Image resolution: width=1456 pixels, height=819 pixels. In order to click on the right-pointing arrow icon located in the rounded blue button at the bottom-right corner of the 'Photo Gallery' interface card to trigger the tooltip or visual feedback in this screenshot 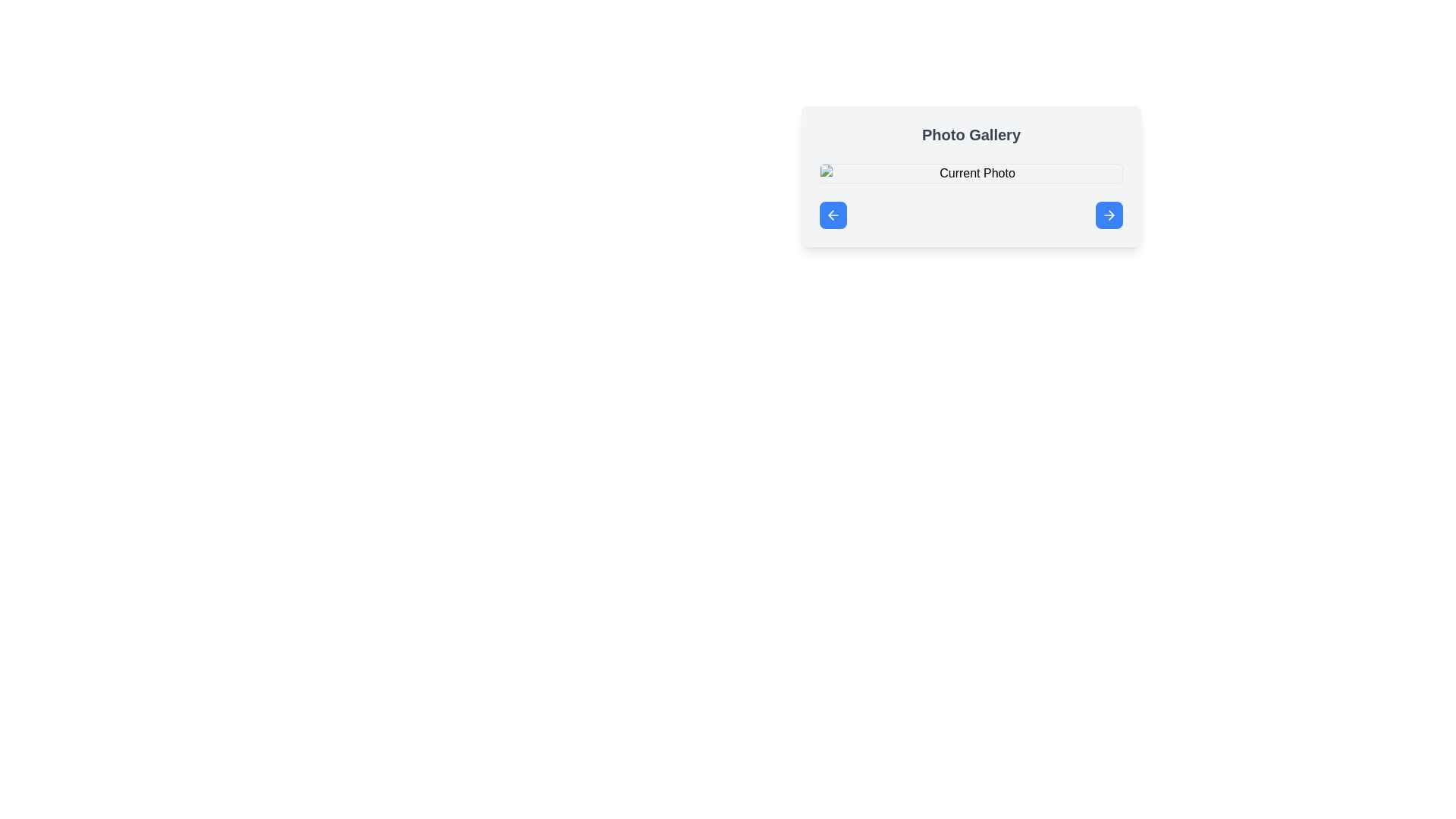, I will do `click(1109, 215)`.